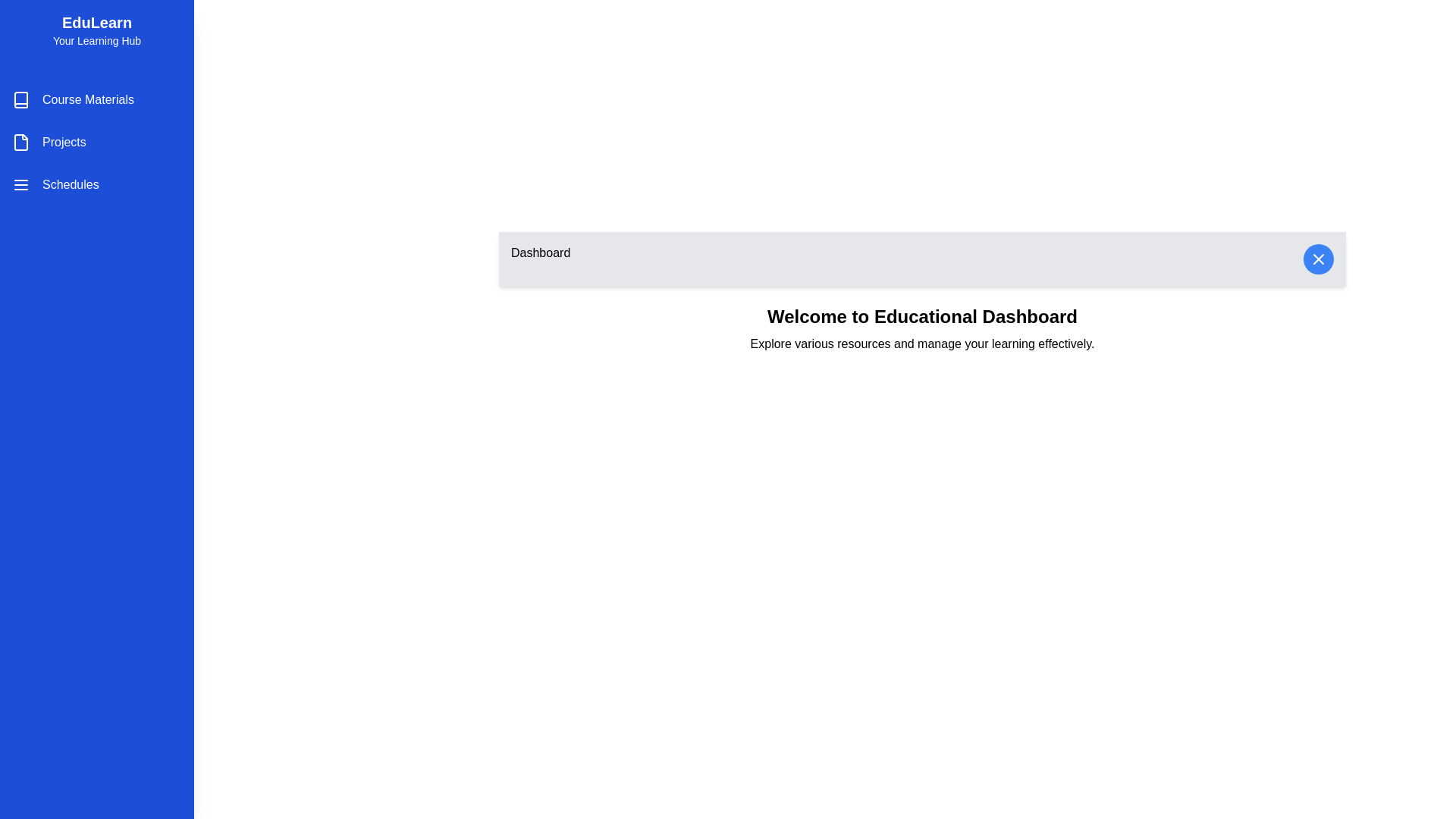  I want to click on the 'Course Materials' text label in the vertical navigation menu, so click(87, 99).